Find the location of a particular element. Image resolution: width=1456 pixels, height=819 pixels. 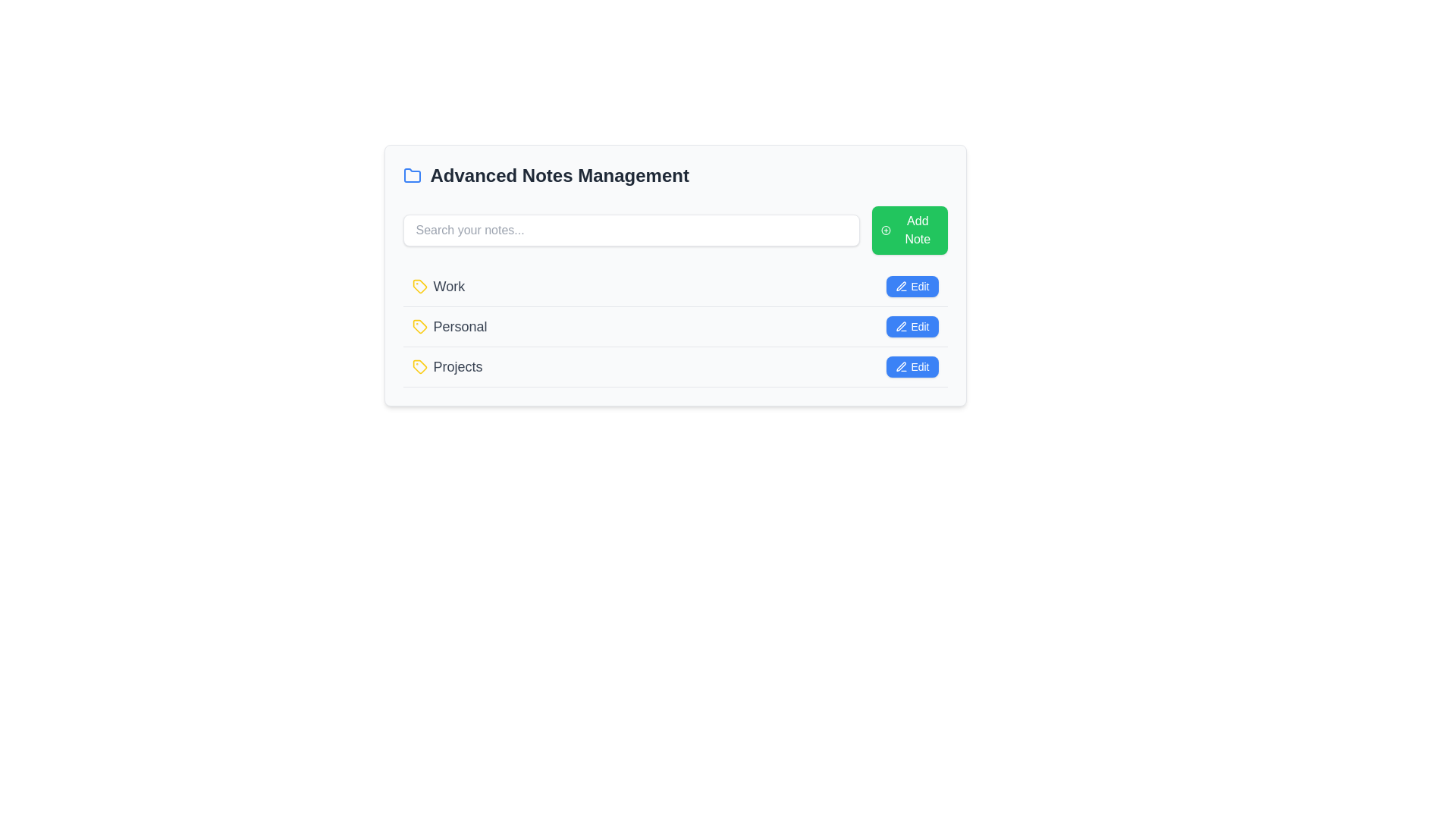

the yellow outlined tag icon located to the left of the 'Personal' text in the vertical list, between 'Work' and 'Projects' is located at coordinates (419, 326).